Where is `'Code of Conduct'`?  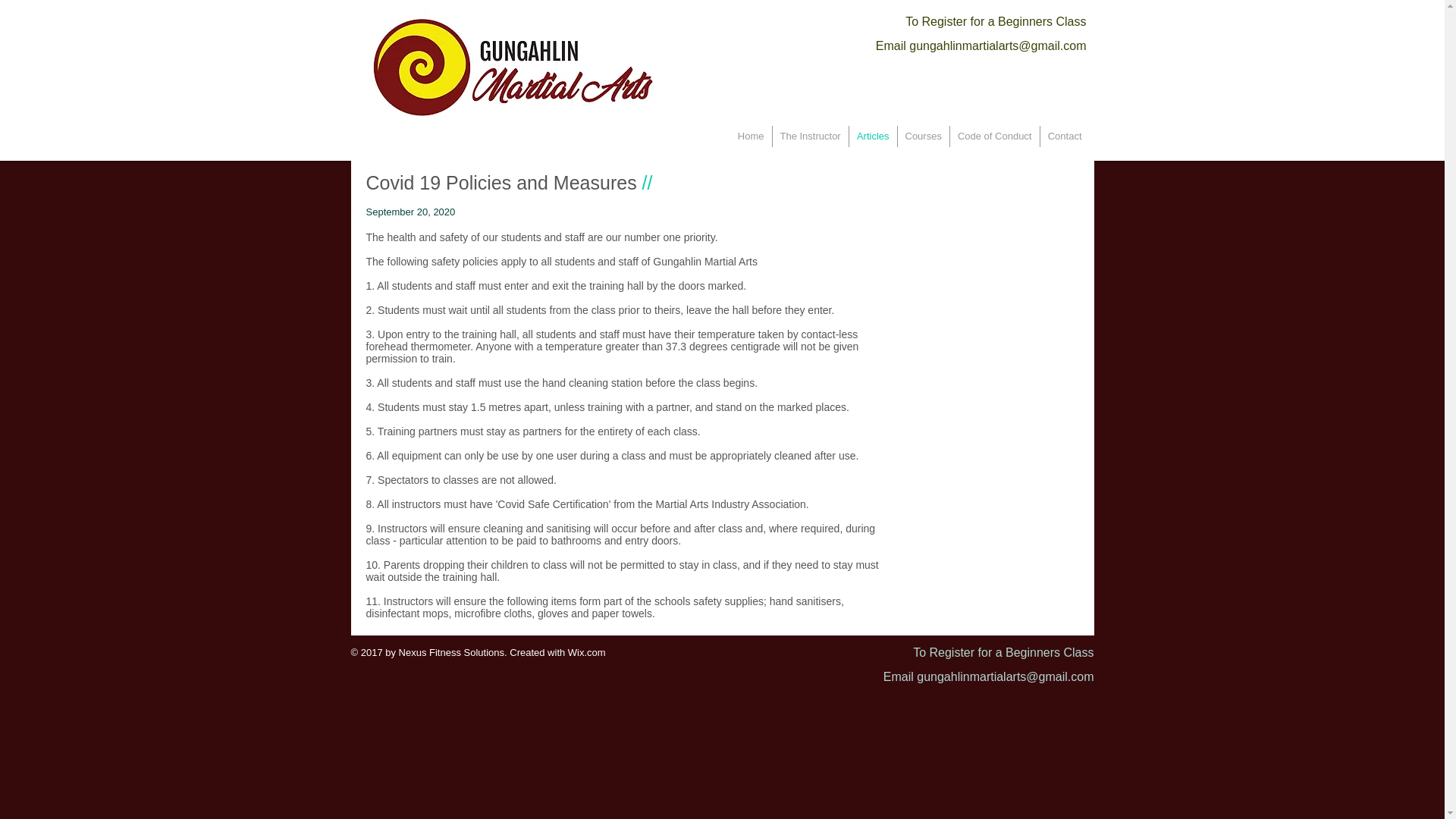 'Code of Conduct' is located at coordinates (949, 136).